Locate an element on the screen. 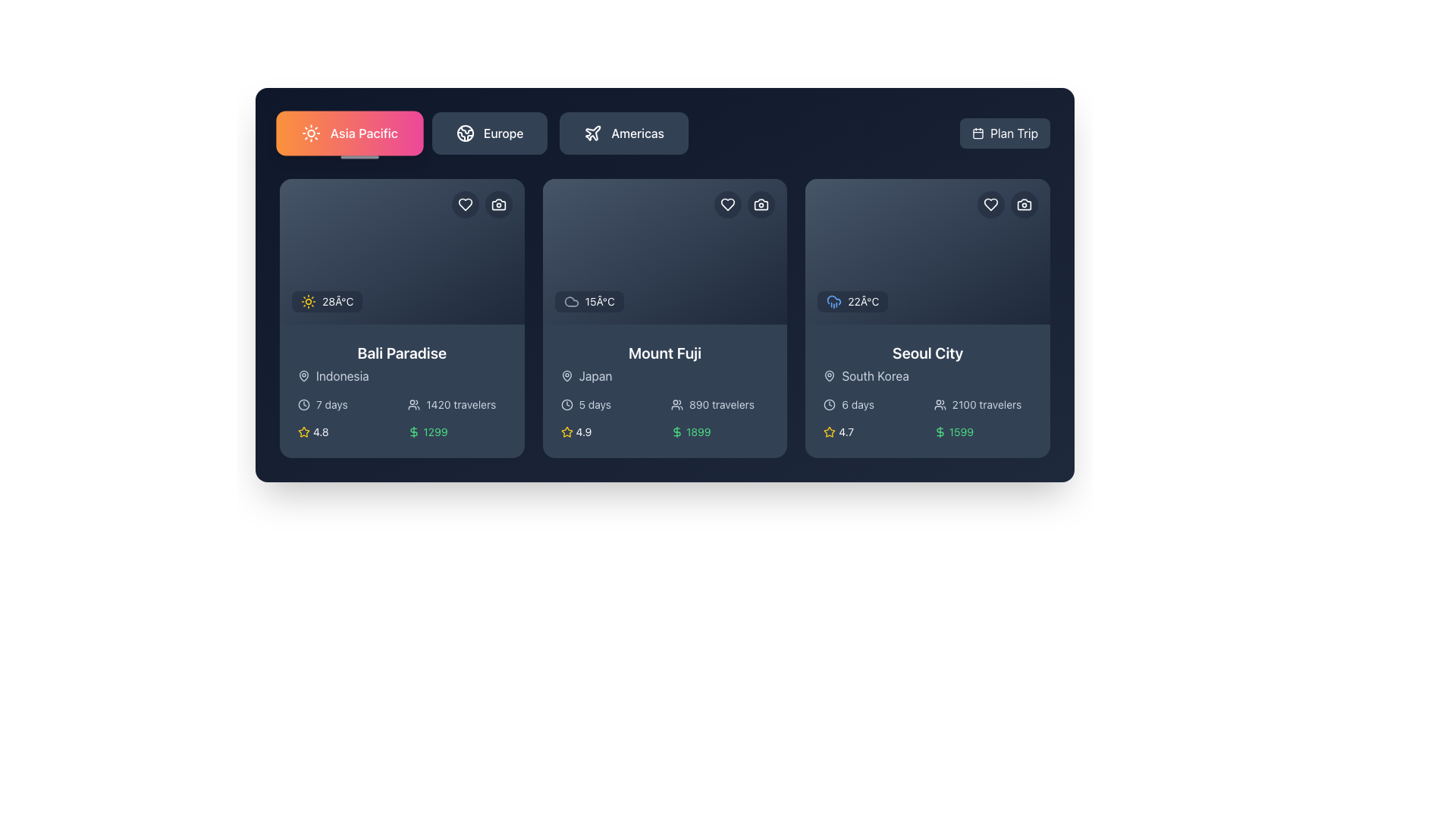 This screenshot has width=1456, height=819. the text label displaying the duration value ('5 days') for the highlighted travel destination 'Mount Fuji', located below 'Japan' in the second card from the left is located at coordinates (594, 403).